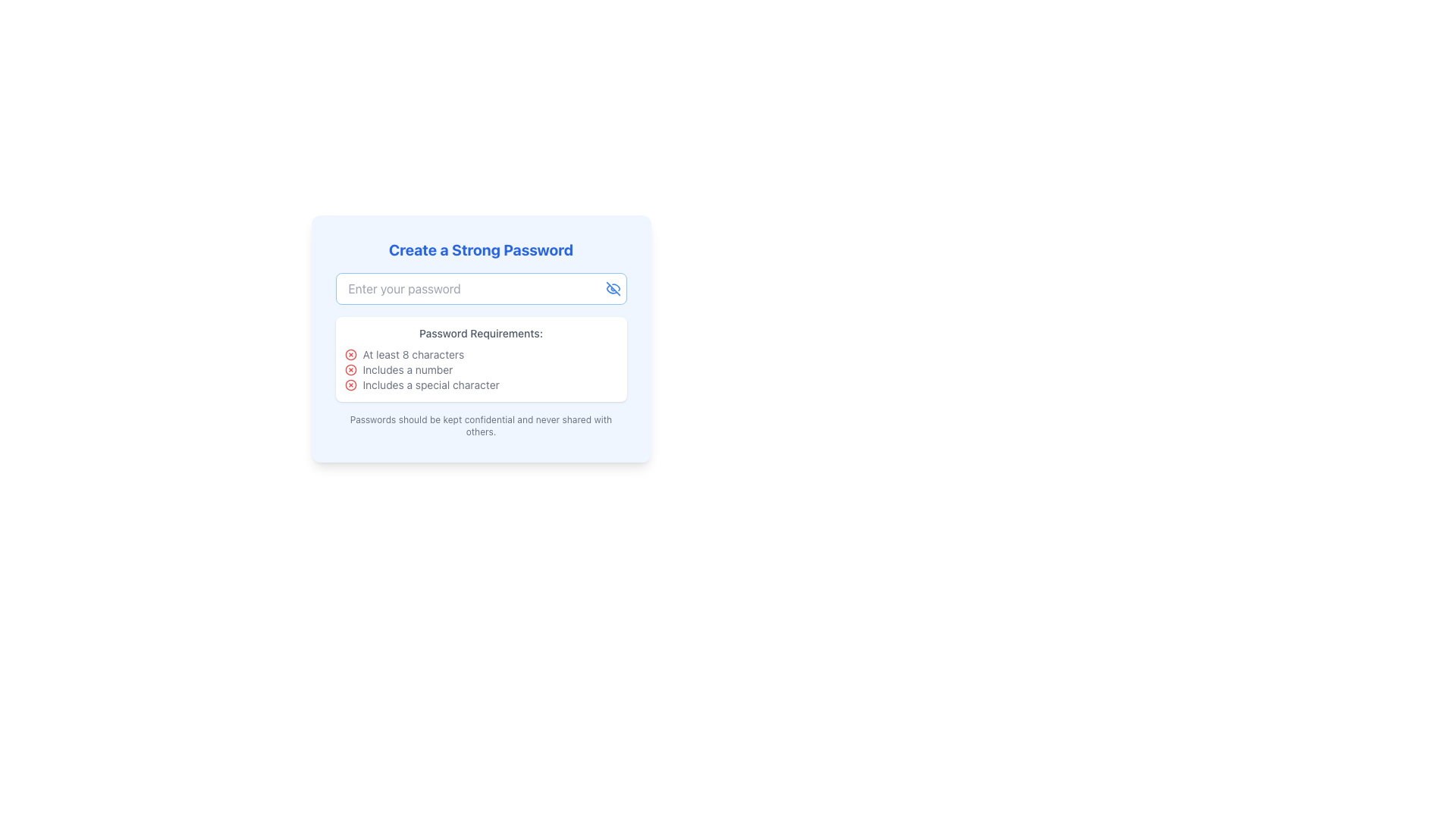 This screenshot has height=819, width=1456. What do you see at coordinates (613, 289) in the screenshot?
I see `the visibility toggle button for the password input field` at bounding box center [613, 289].